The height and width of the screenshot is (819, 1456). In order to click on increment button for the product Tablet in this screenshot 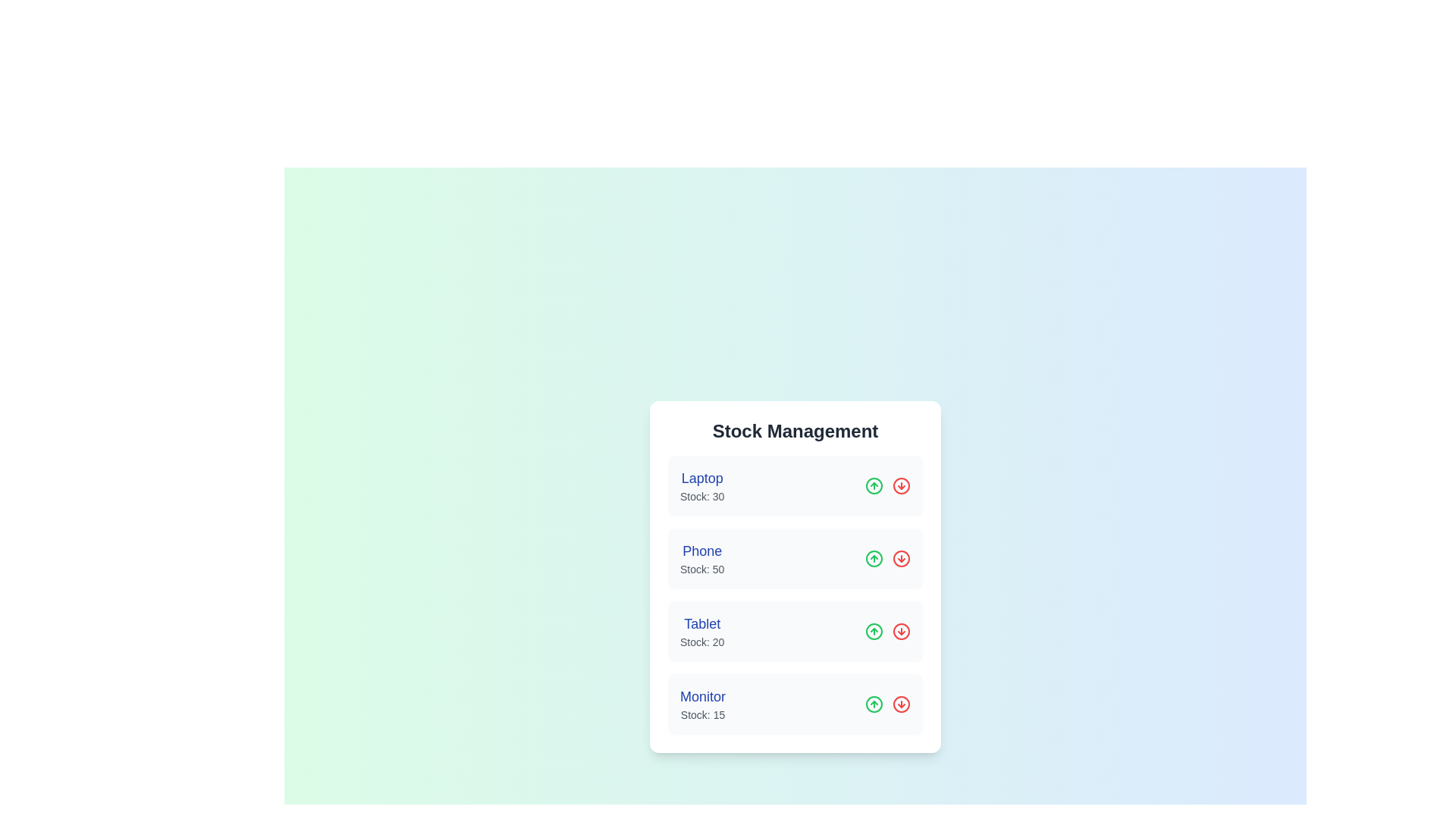, I will do `click(874, 632)`.